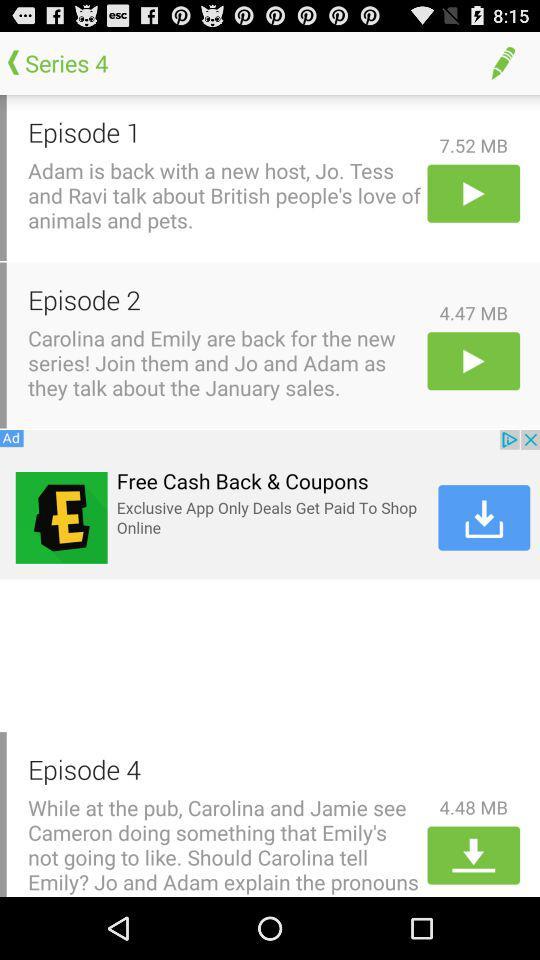  Describe the element at coordinates (472, 360) in the screenshot. I see `video` at that location.